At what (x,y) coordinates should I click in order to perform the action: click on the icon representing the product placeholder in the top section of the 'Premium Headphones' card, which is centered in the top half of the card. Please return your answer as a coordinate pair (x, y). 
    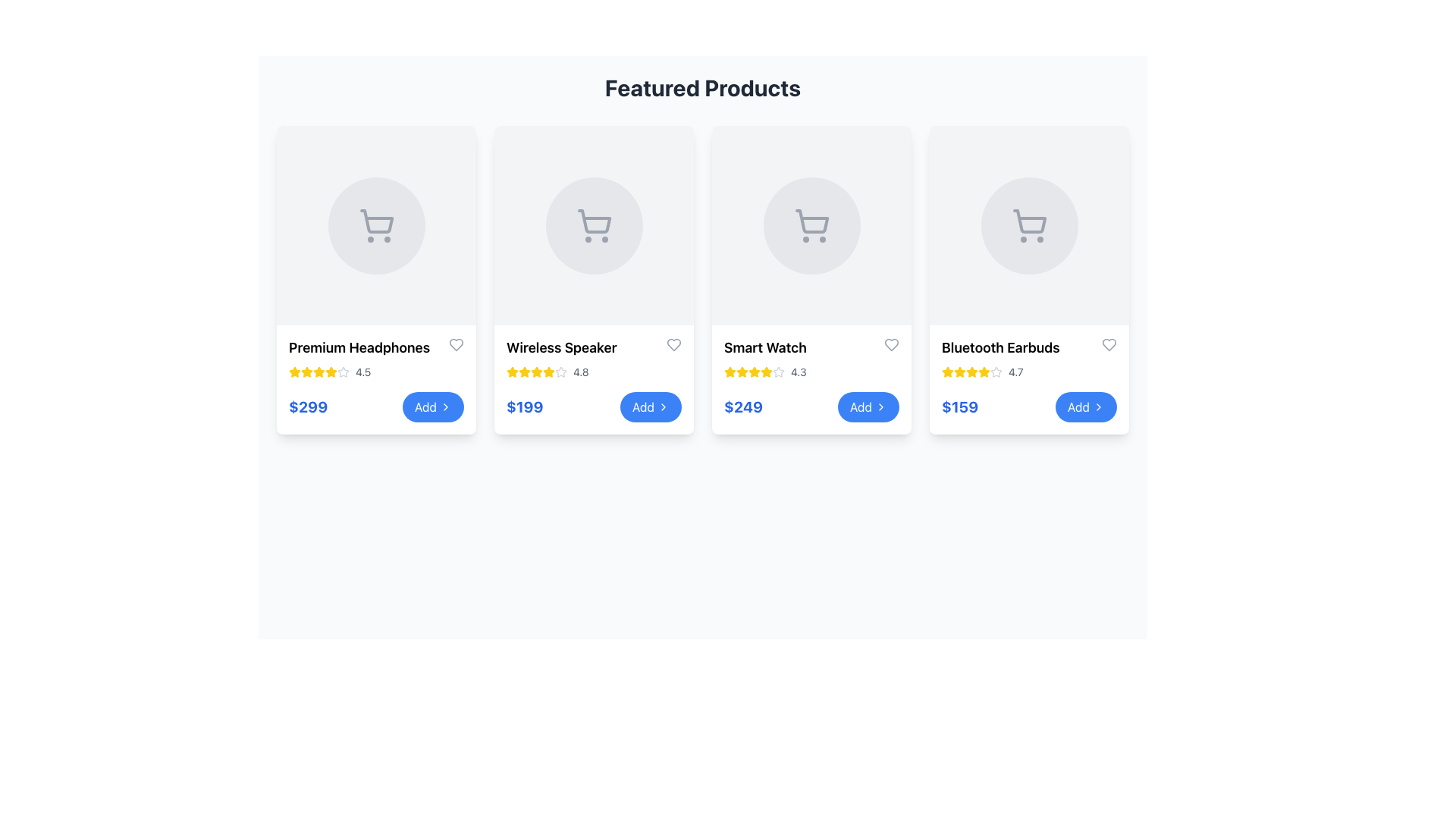
    Looking at the image, I should click on (376, 225).